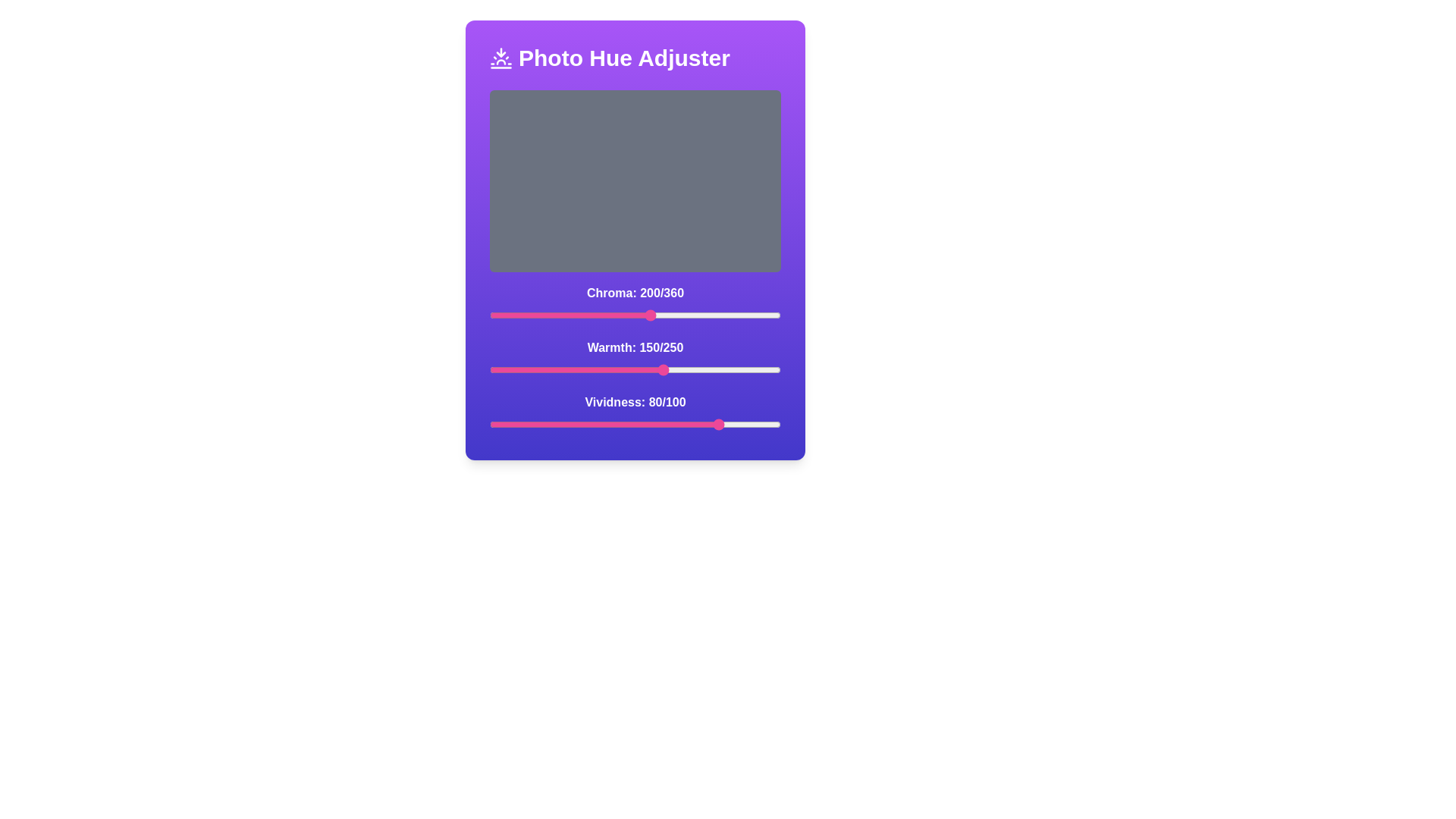 This screenshot has height=819, width=1456. I want to click on the vividness slider to 53 value, so click(644, 424).